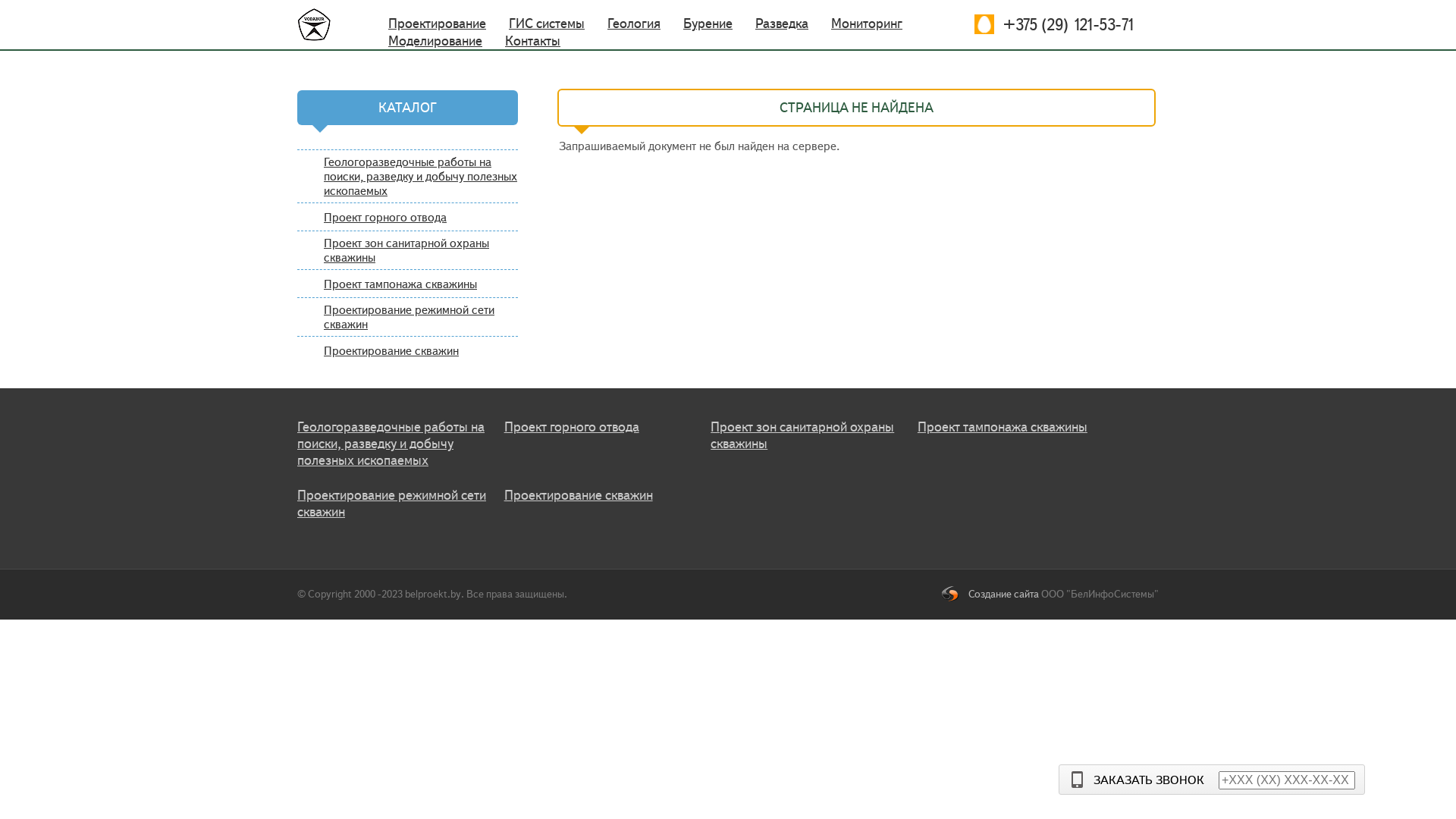 The height and width of the screenshot is (819, 1456). I want to click on '+375 (29) 121-53-71', so click(1053, 24).